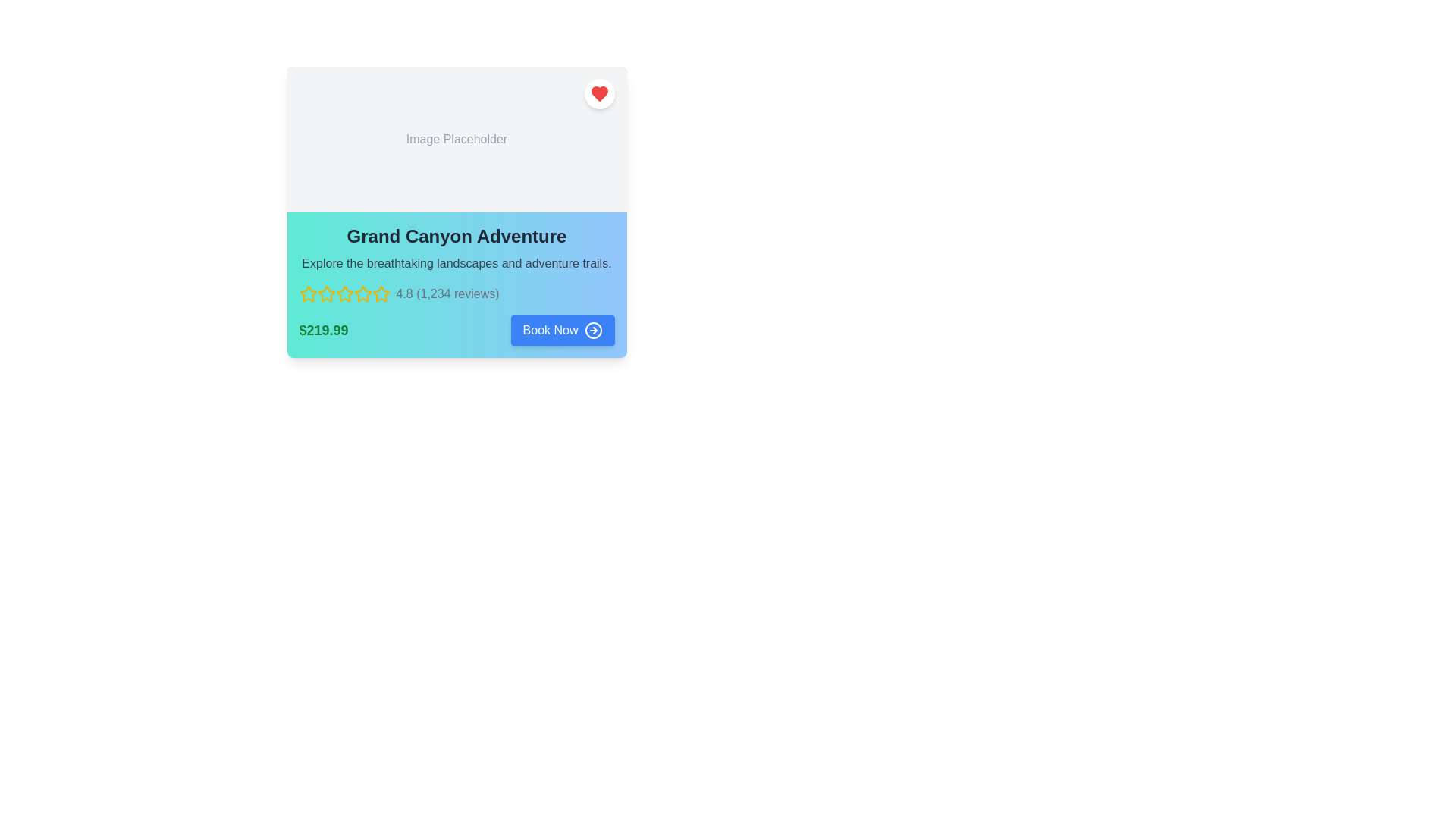 The height and width of the screenshot is (819, 1456). What do you see at coordinates (325, 293) in the screenshot?
I see `the yellow star-shaped icon, which is the first in a row of five stars, to rate it for 'Grand Canyon Adventure'` at bounding box center [325, 293].